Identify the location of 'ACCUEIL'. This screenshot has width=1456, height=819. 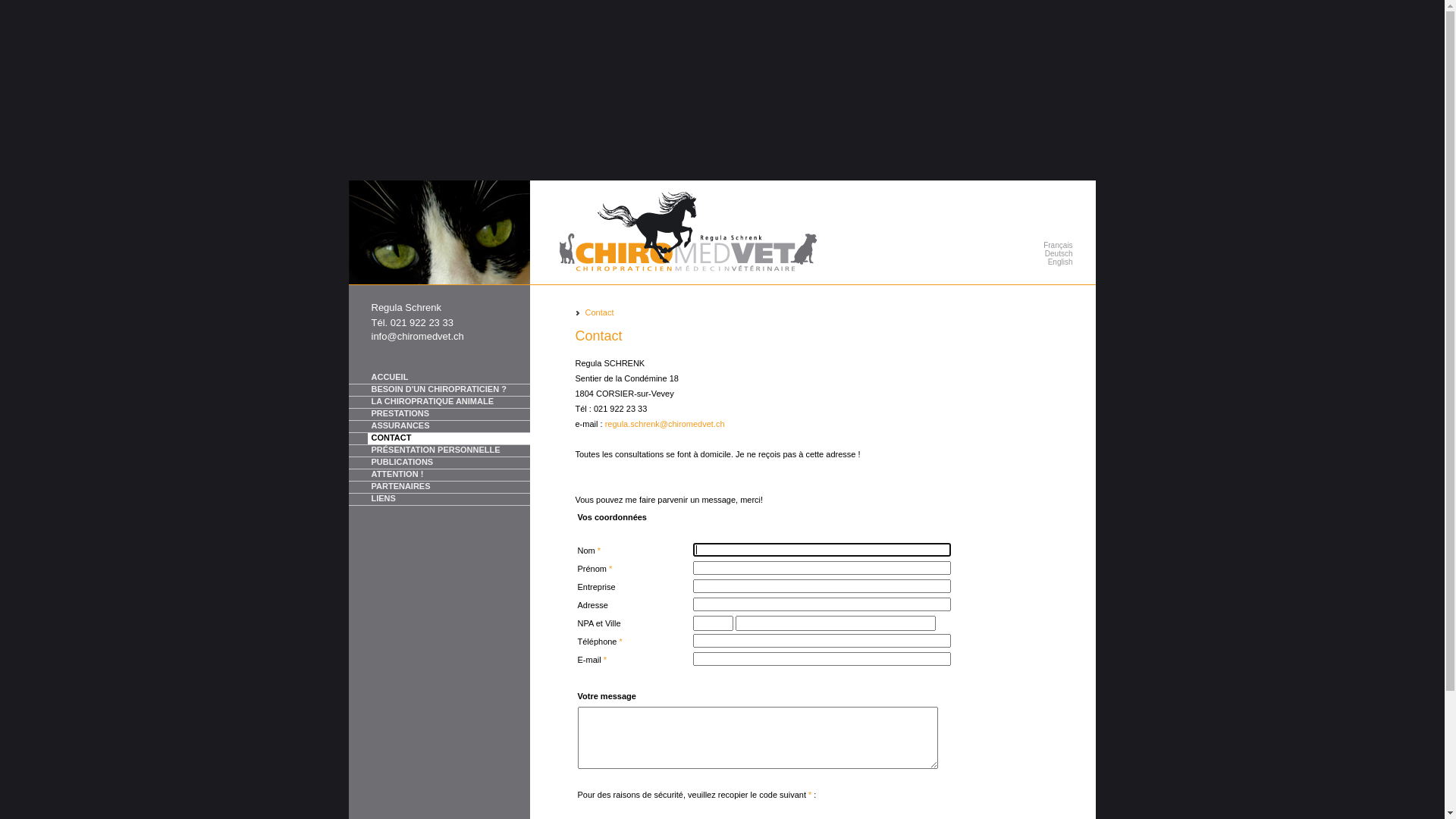
(438, 377).